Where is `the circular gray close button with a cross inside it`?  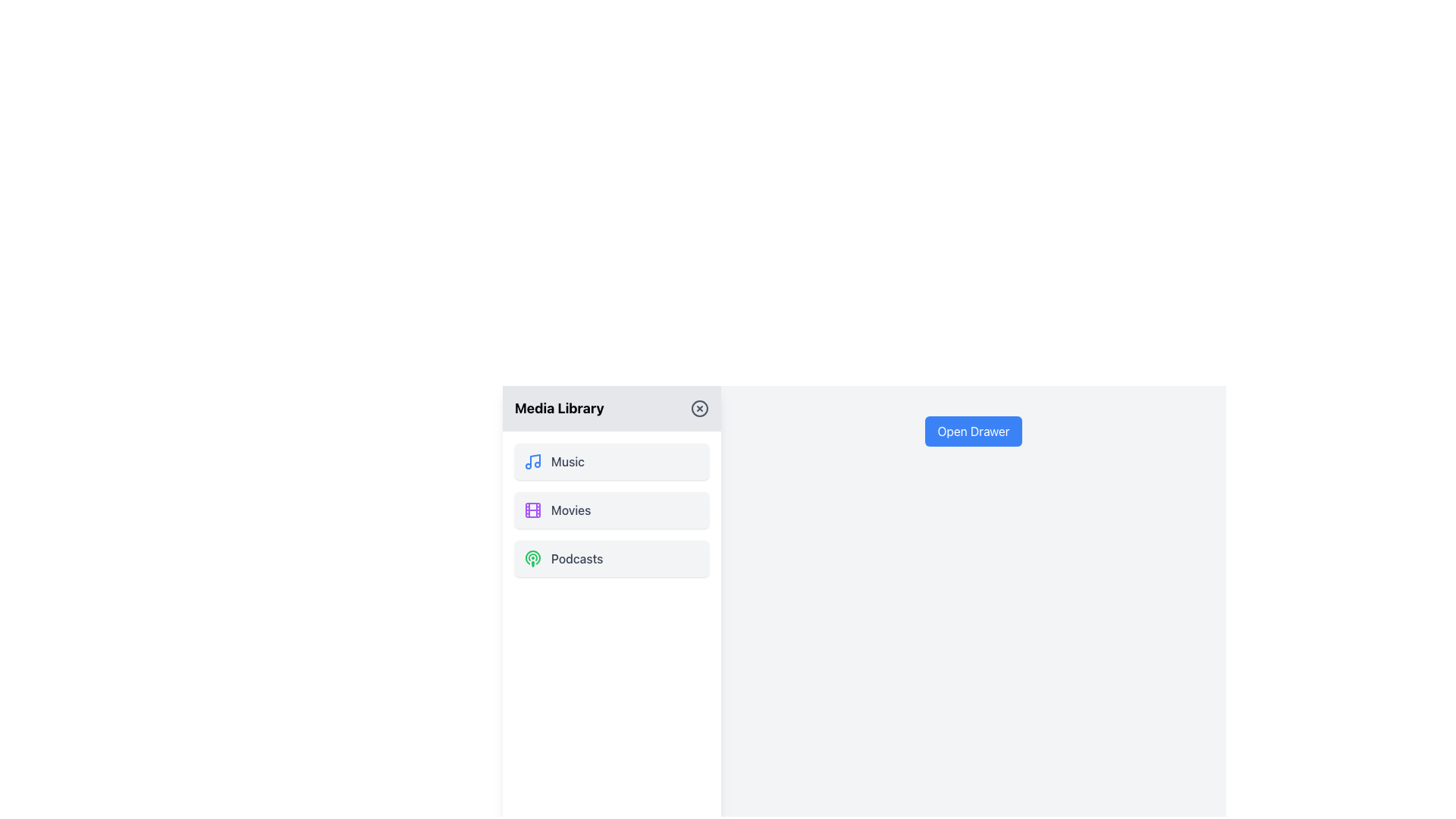 the circular gray close button with a cross inside it is located at coordinates (698, 408).